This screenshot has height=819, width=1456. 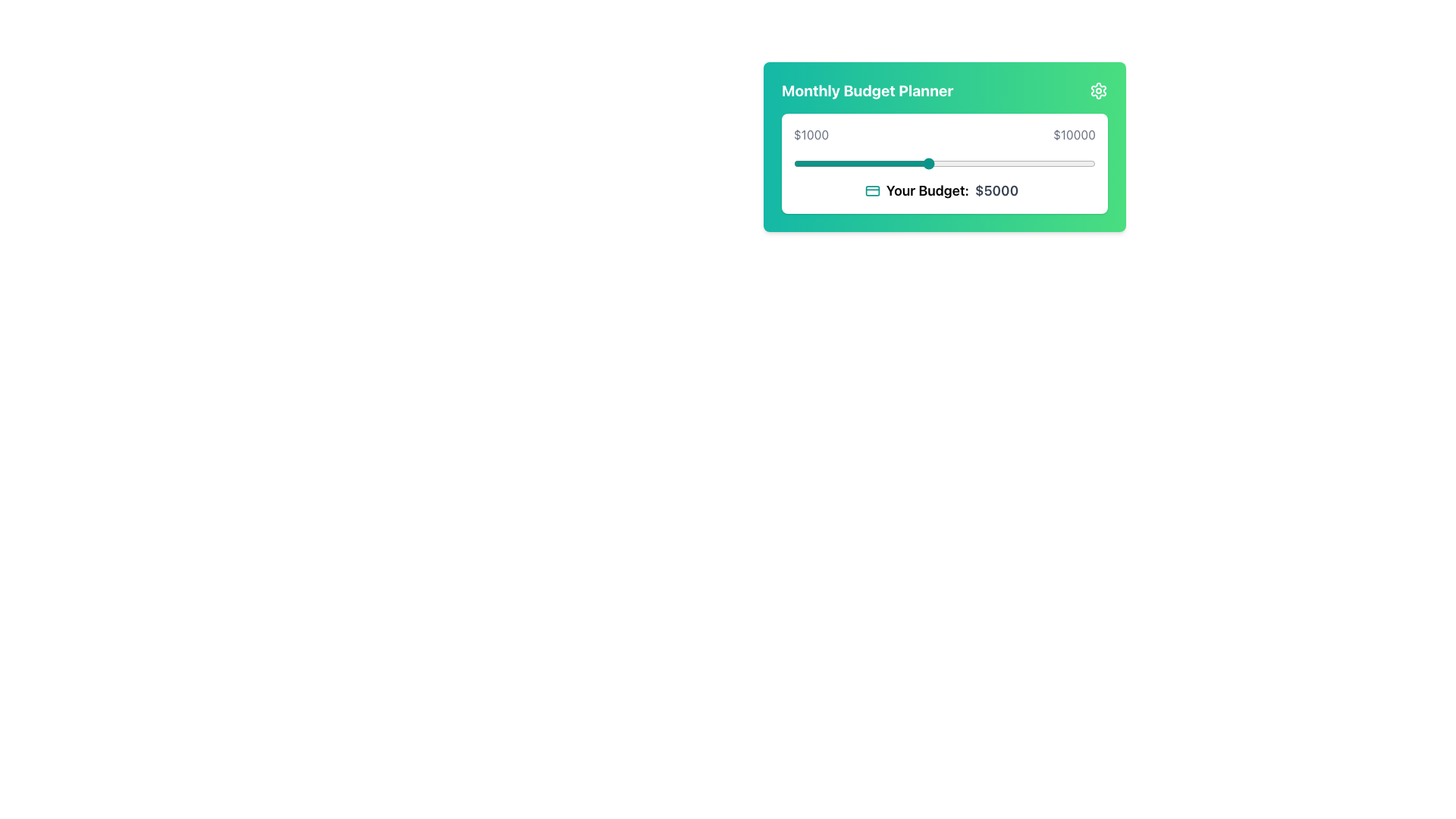 What do you see at coordinates (926, 164) in the screenshot?
I see `the budget slider` at bounding box center [926, 164].